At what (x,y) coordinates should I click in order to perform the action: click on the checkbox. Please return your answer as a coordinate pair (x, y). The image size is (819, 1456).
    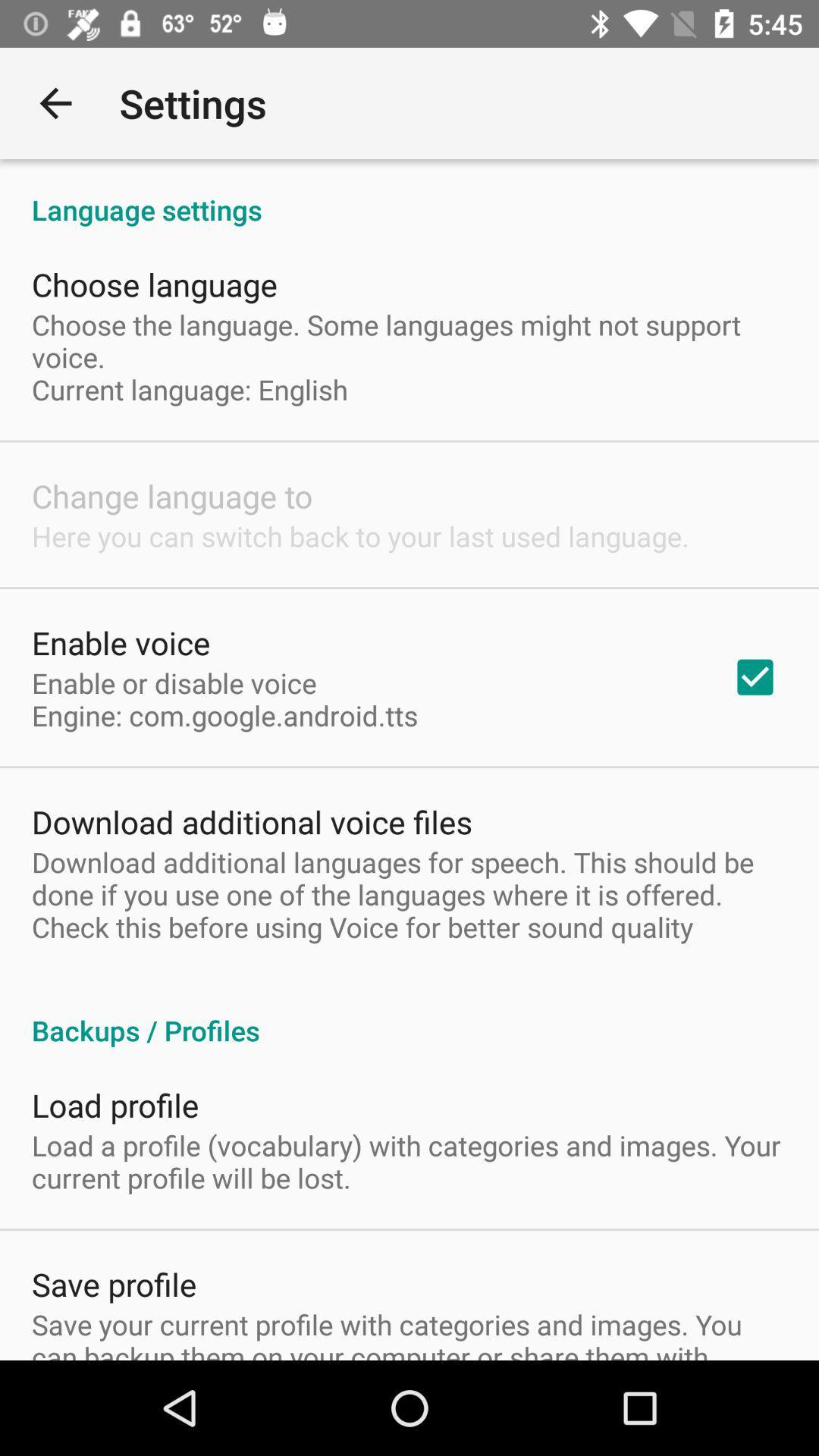
    Looking at the image, I should click on (755, 676).